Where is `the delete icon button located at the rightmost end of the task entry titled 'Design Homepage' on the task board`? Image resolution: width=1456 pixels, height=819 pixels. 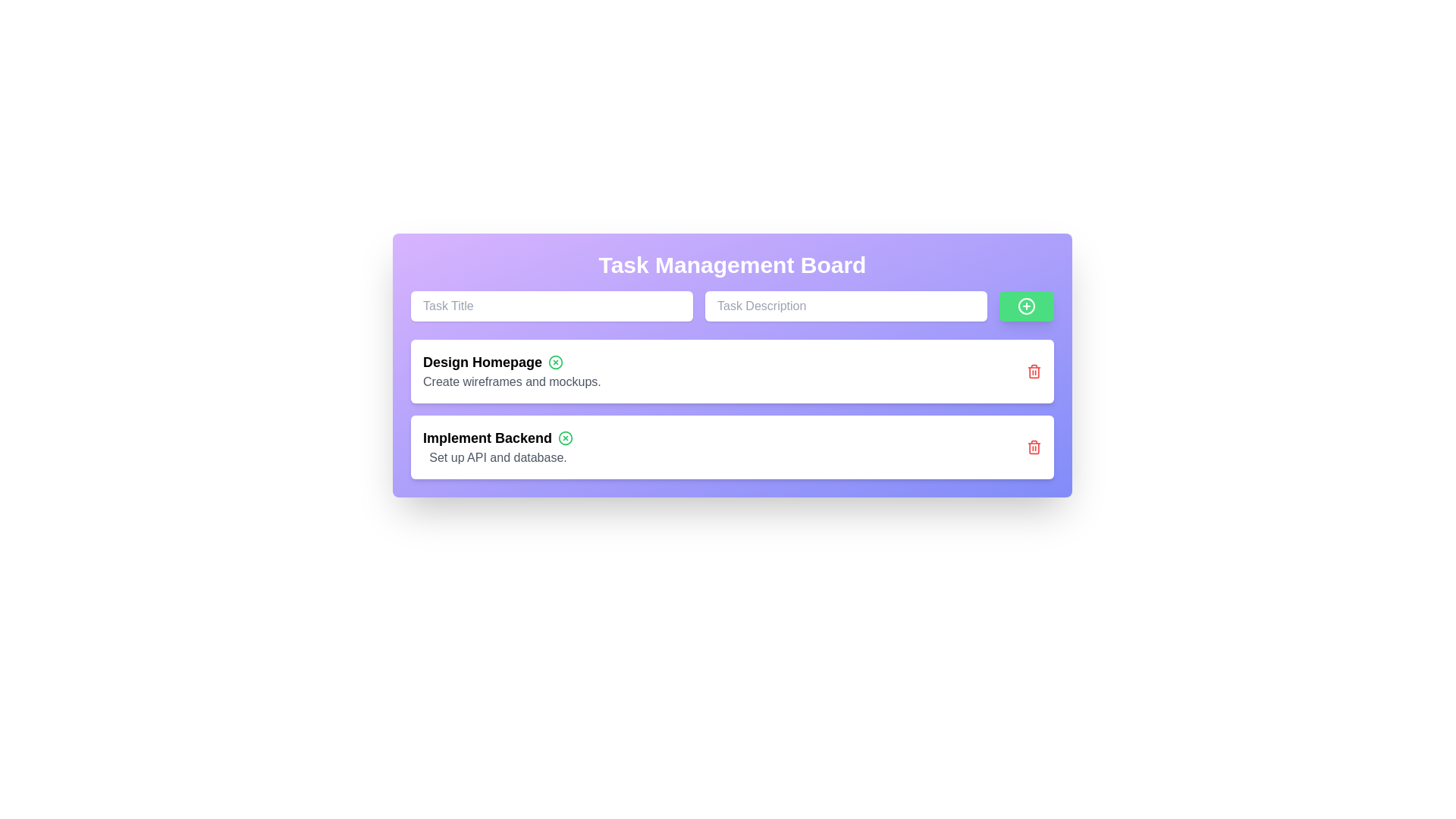 the delete icon button located at the rightmost end of the task entry titled 'Design Homepage' on the task board is located at coordinates (1033, 371).